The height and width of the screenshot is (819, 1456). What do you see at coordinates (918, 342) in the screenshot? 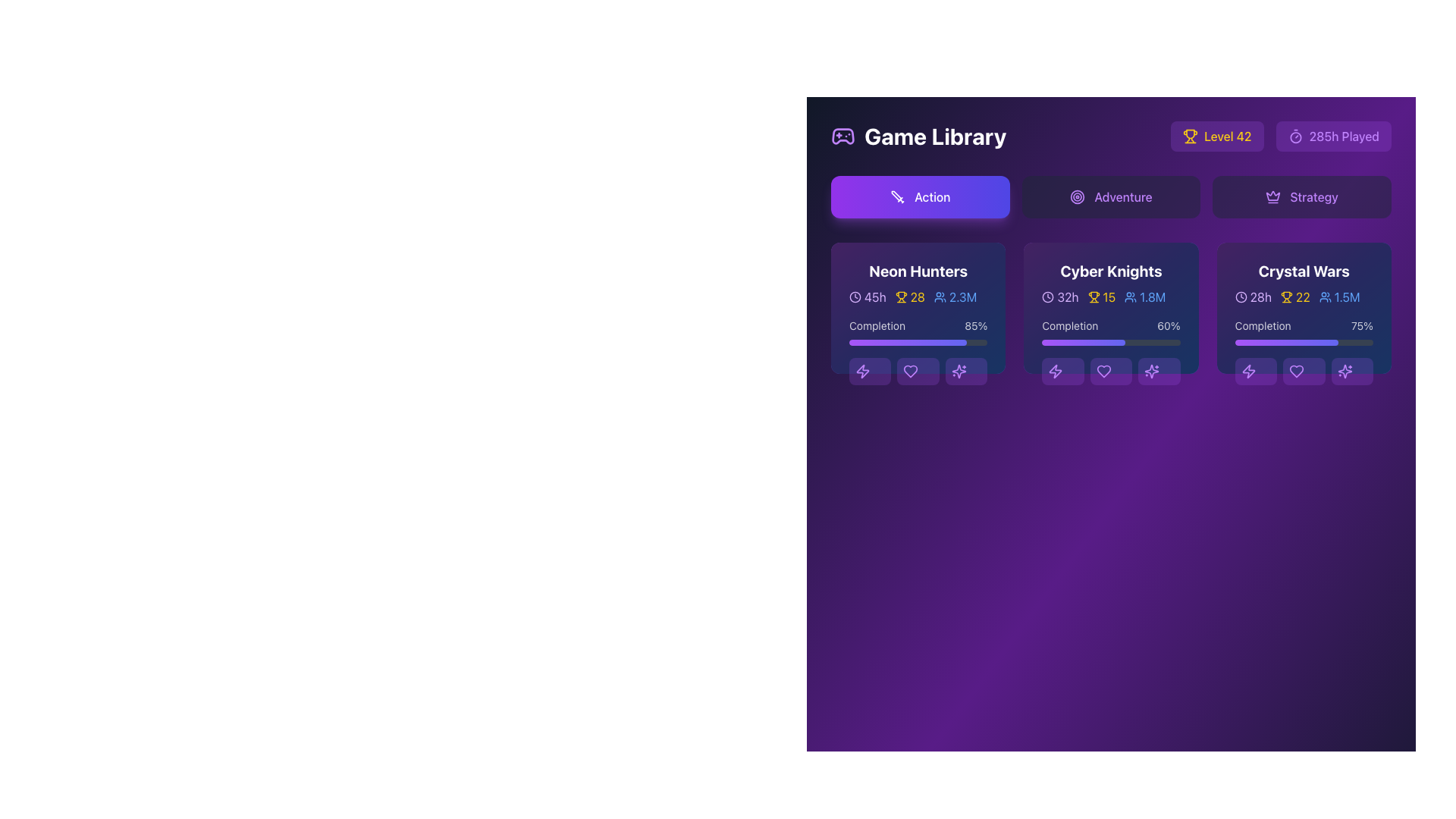
I see `the completion level represented by the Progress Bar, which is a narrow horizontal bar with a dark gray background and a colored segment transitioning from purple to indigo, located within the 'Neon Hunters' game card in the 'Game Library' interface` at bounding box center [918, 342].